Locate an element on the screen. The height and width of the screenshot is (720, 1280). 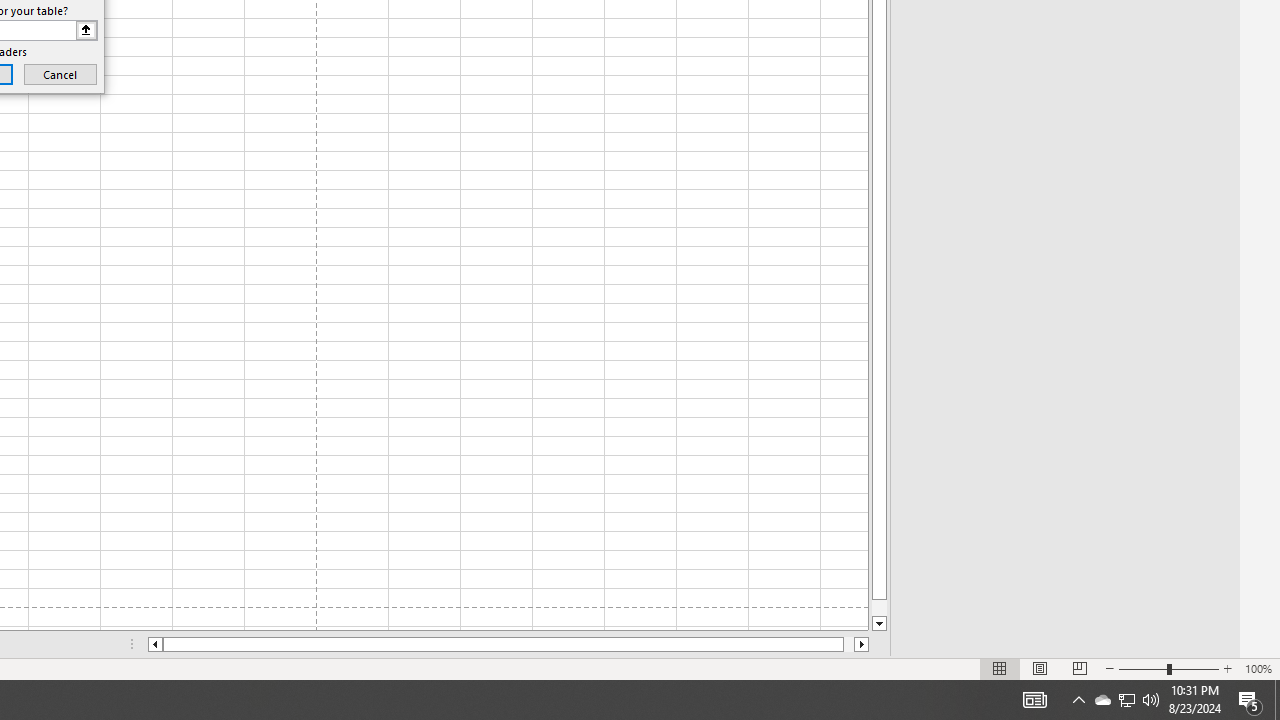
'Page down' is located at coordinates (879, 607).